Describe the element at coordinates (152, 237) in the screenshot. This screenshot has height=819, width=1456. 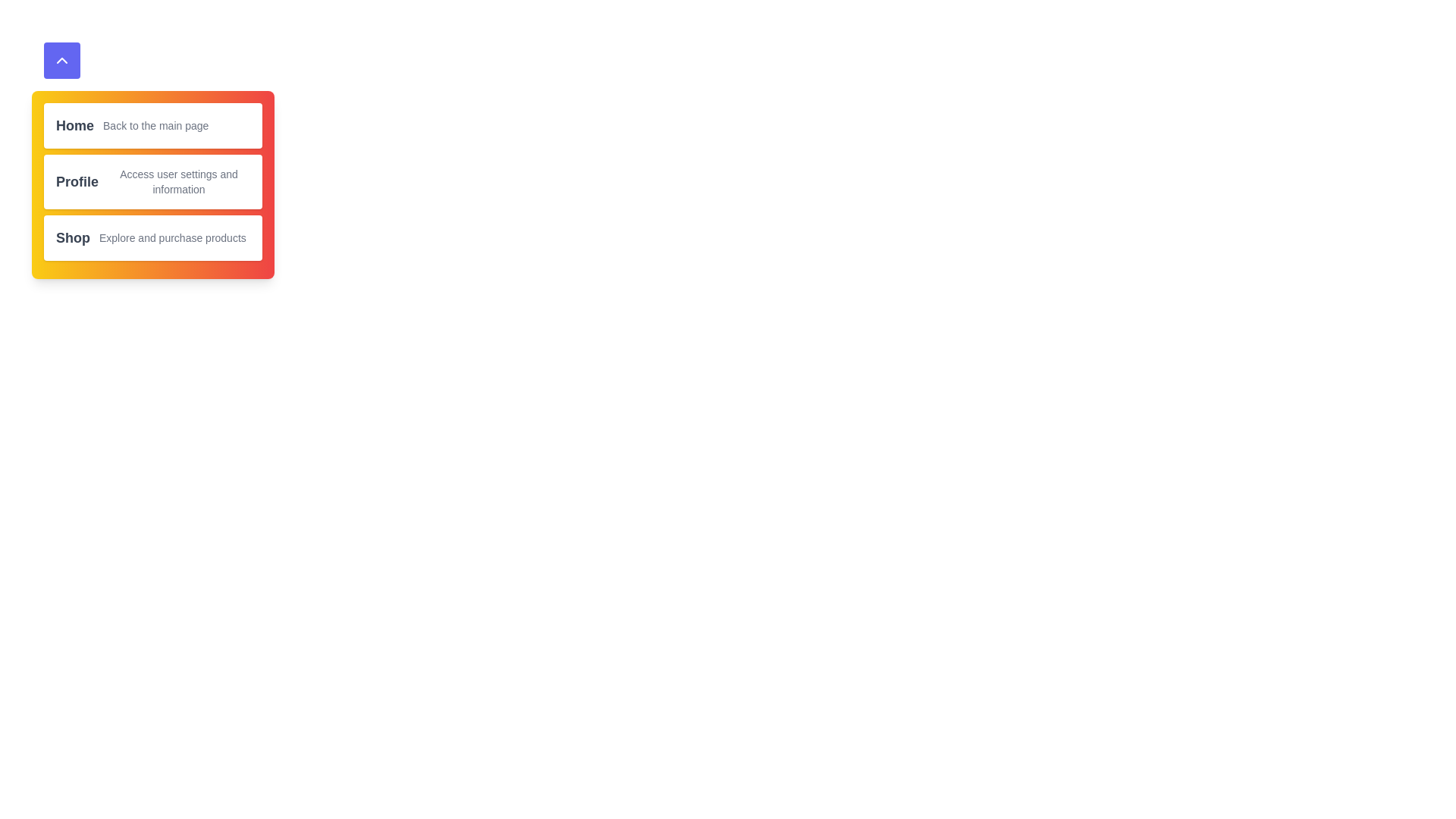
I see `the menu item corresponding to Shop` at that location.